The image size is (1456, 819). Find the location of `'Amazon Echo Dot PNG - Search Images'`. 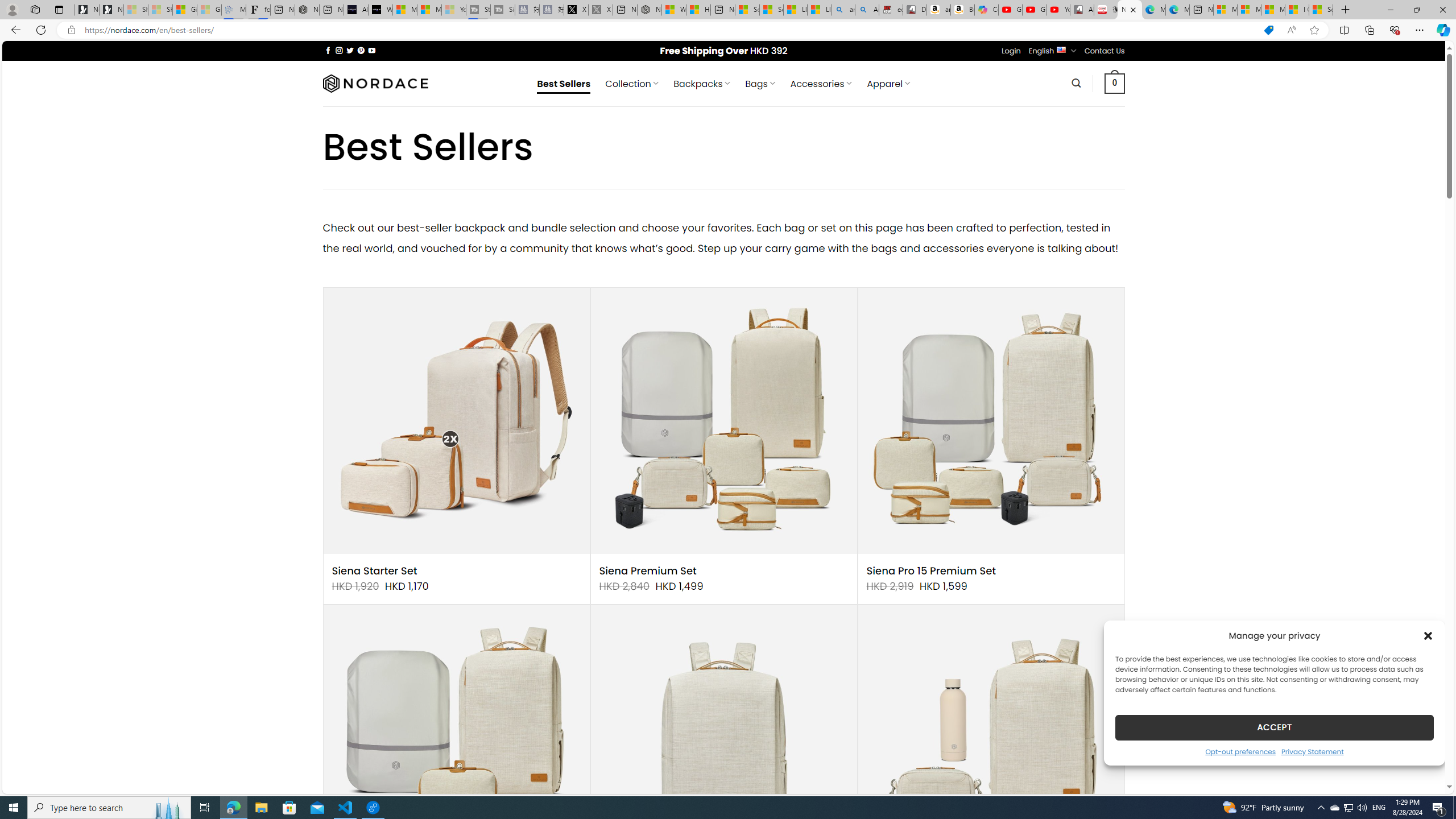

'Amazon Echo Dot PNG - Search Images' is located at coordinates (867, 9).